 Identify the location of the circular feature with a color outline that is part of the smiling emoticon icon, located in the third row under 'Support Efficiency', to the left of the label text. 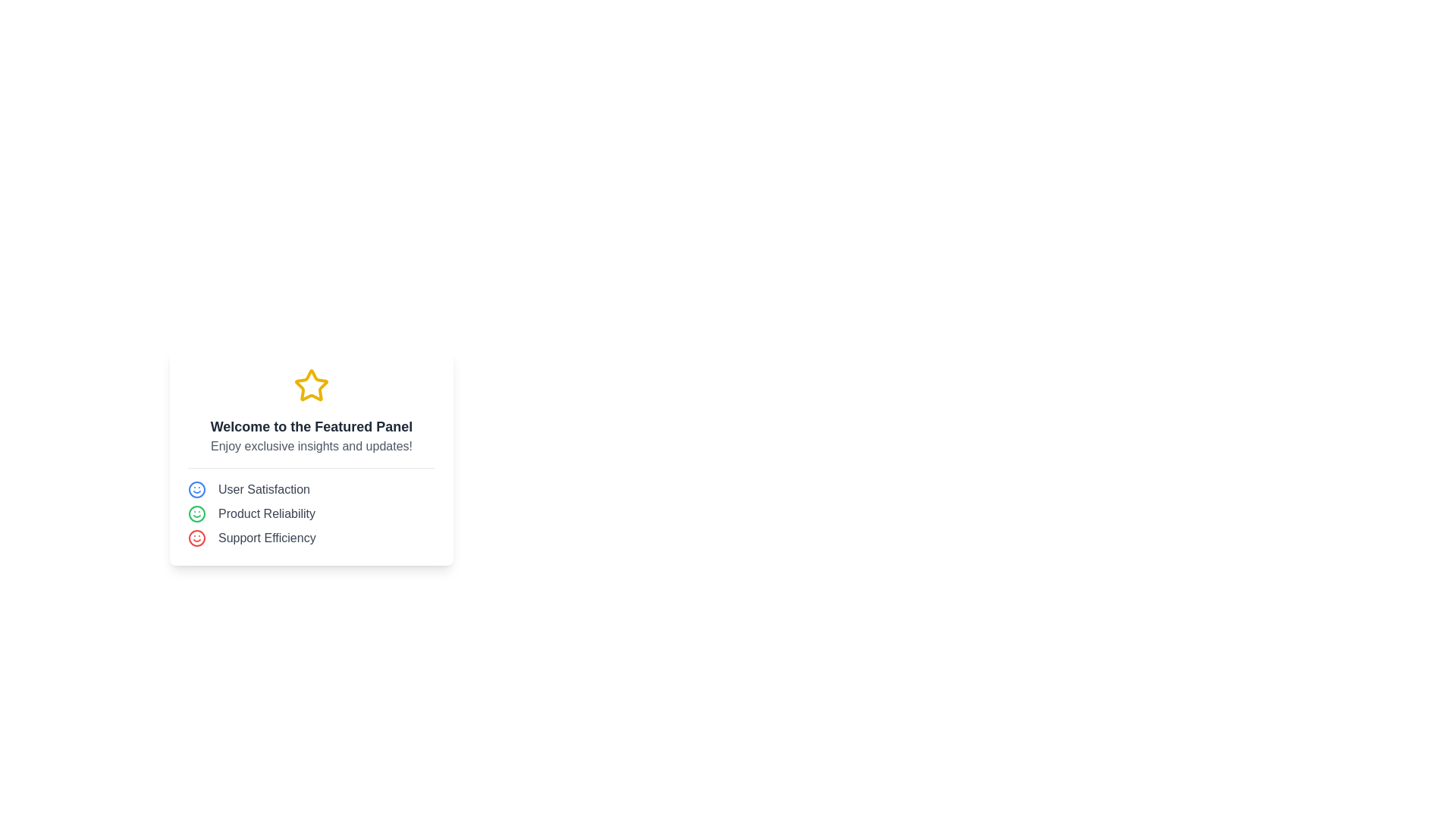
(196, 537).